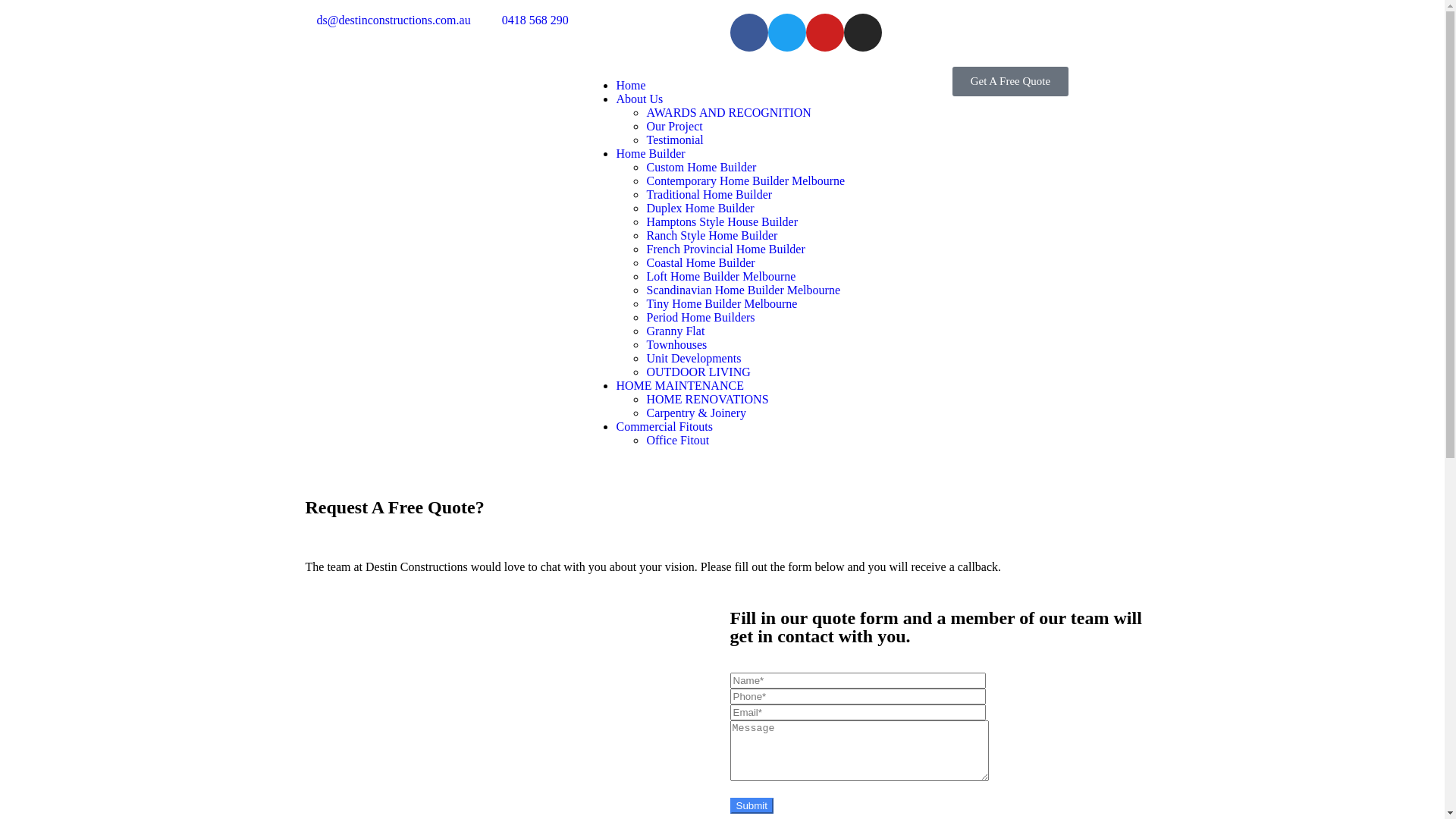 The image size is (1456, 819). What do you see at coordinates (698, 208) in the screenshot?
I see `'Duplex Home Builder'` at bounding box center [698, 208].